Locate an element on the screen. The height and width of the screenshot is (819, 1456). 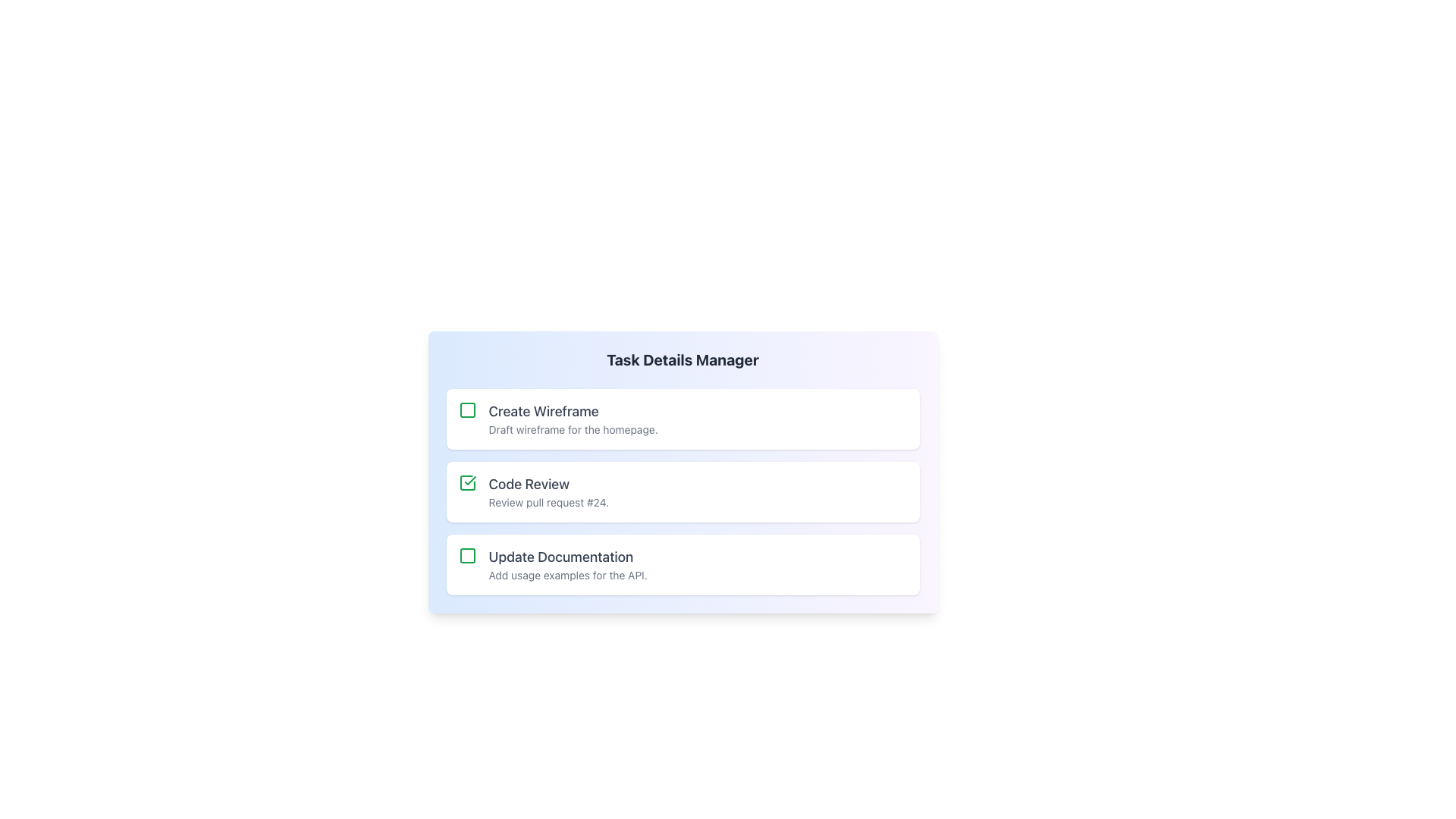
title and description of the task card, which is the third card in a vertical stack, positioned below the 'Code Review' card and above additional content is located at coordinates (682, 564).